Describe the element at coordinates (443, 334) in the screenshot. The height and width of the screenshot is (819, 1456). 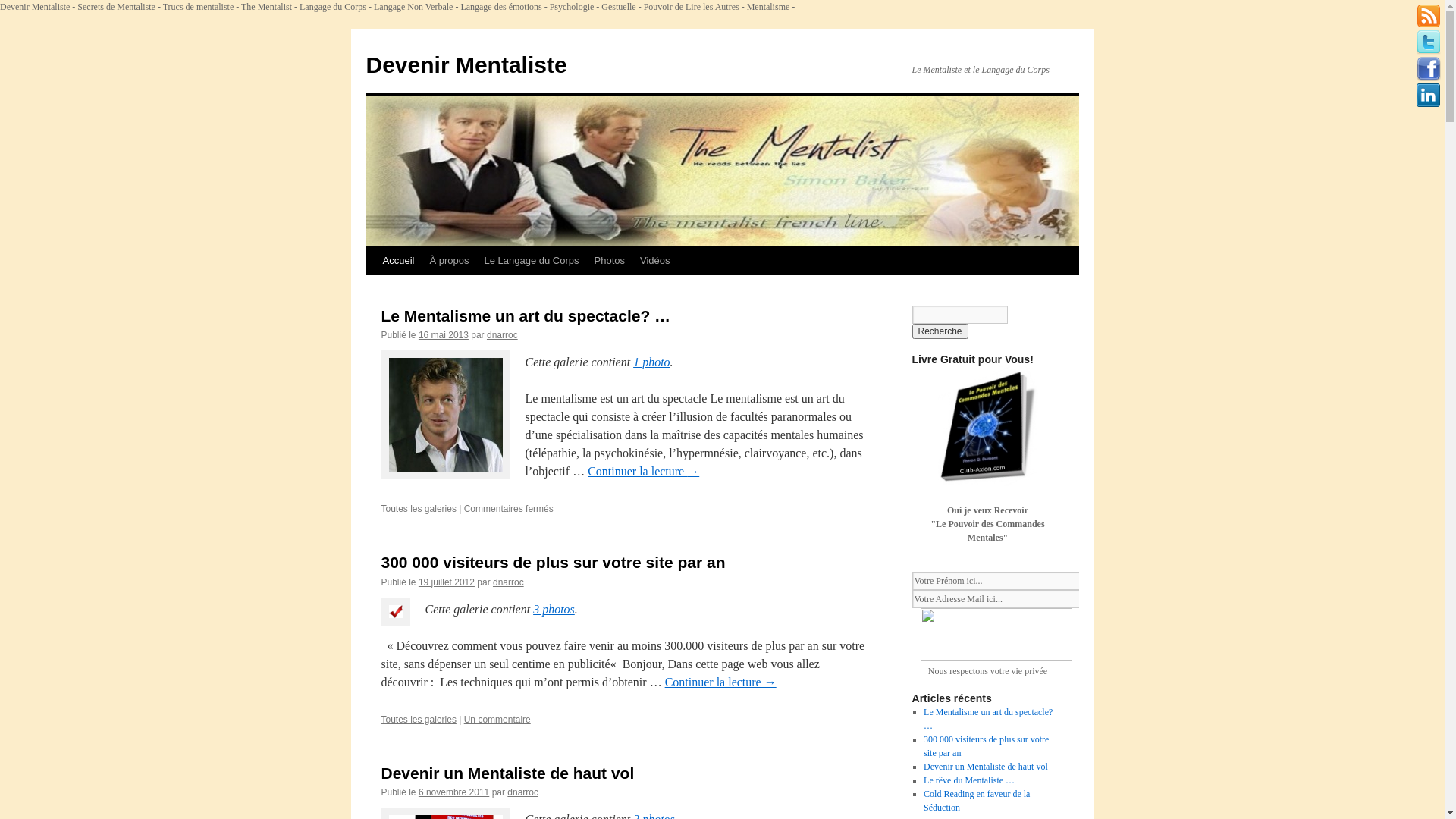
I see `'16 mai 2013'` at that location.